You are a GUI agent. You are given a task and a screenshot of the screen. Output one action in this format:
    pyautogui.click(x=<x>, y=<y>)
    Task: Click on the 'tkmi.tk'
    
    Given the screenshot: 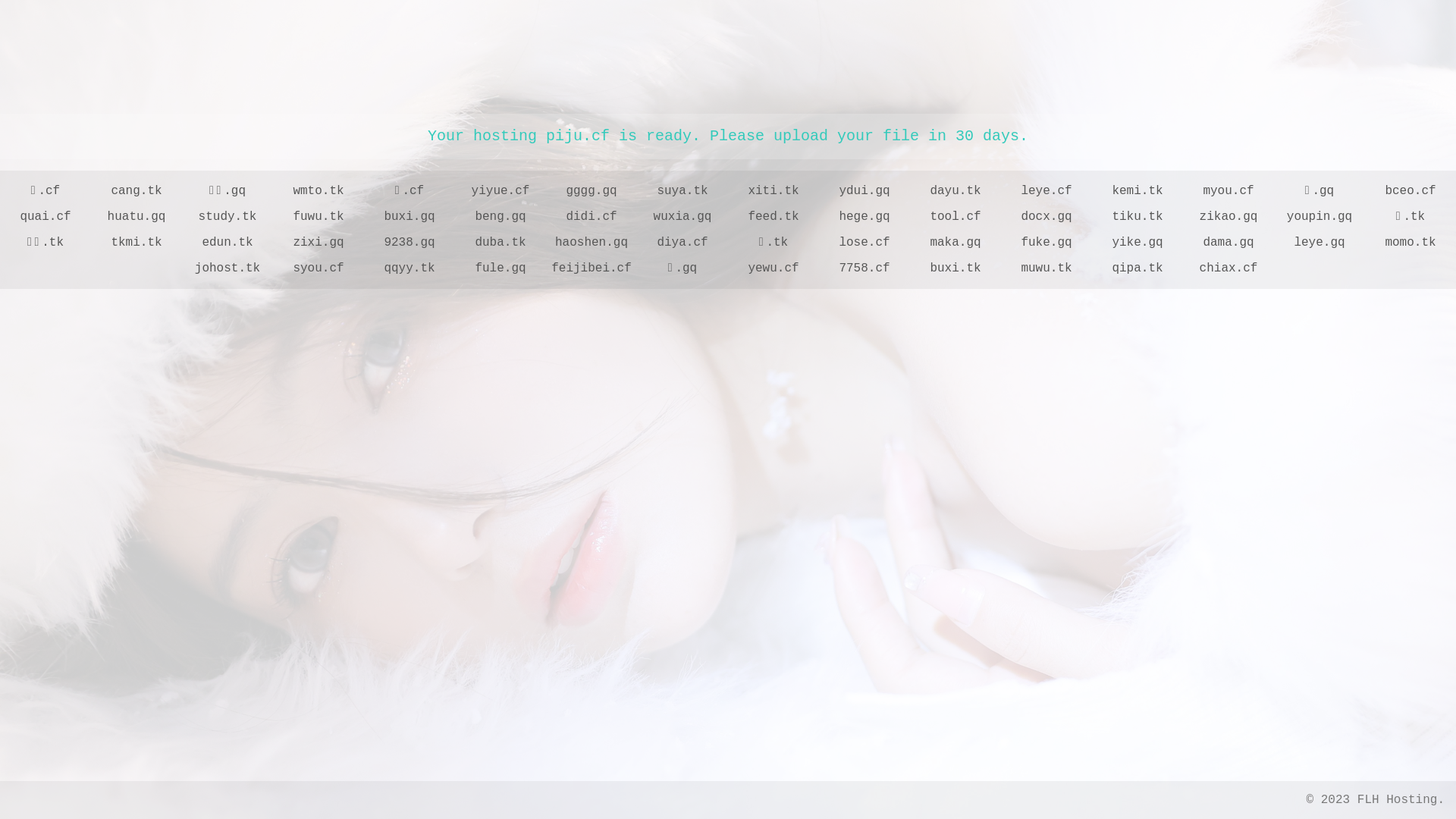 What is the action you would take?
    pyautogui.click(x=136, y=242)
    